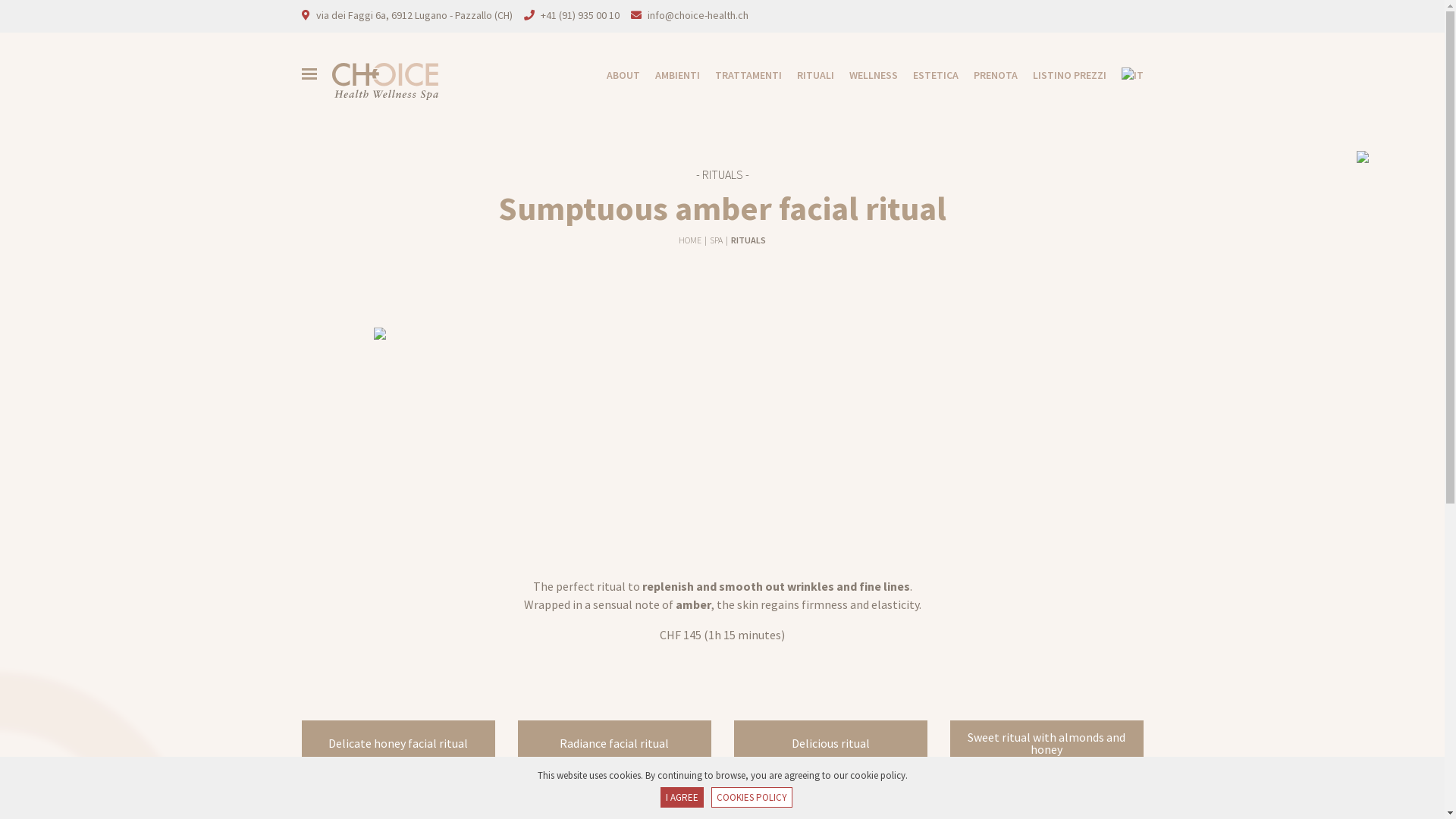 The image size is (1456, 819). What do you see at coordinates (690, 239) in the screenshot?
I see `'HOME'` at bounding box center [690, 239].